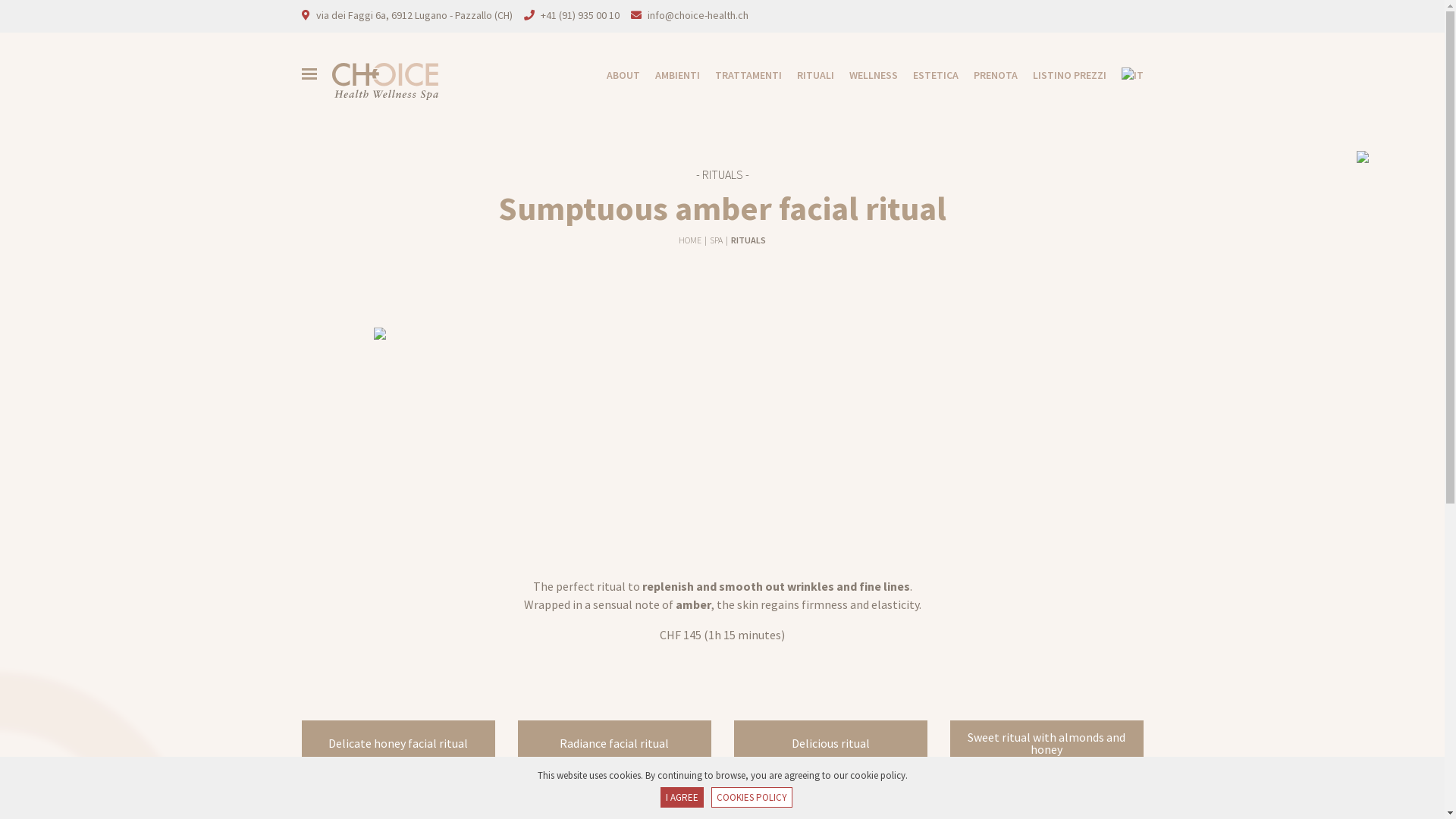 The image size is (1456, 819). What do you see at coordinates (690, 239) in the screenshot?
I see `'HOME'` at bounding box center [690, 239].